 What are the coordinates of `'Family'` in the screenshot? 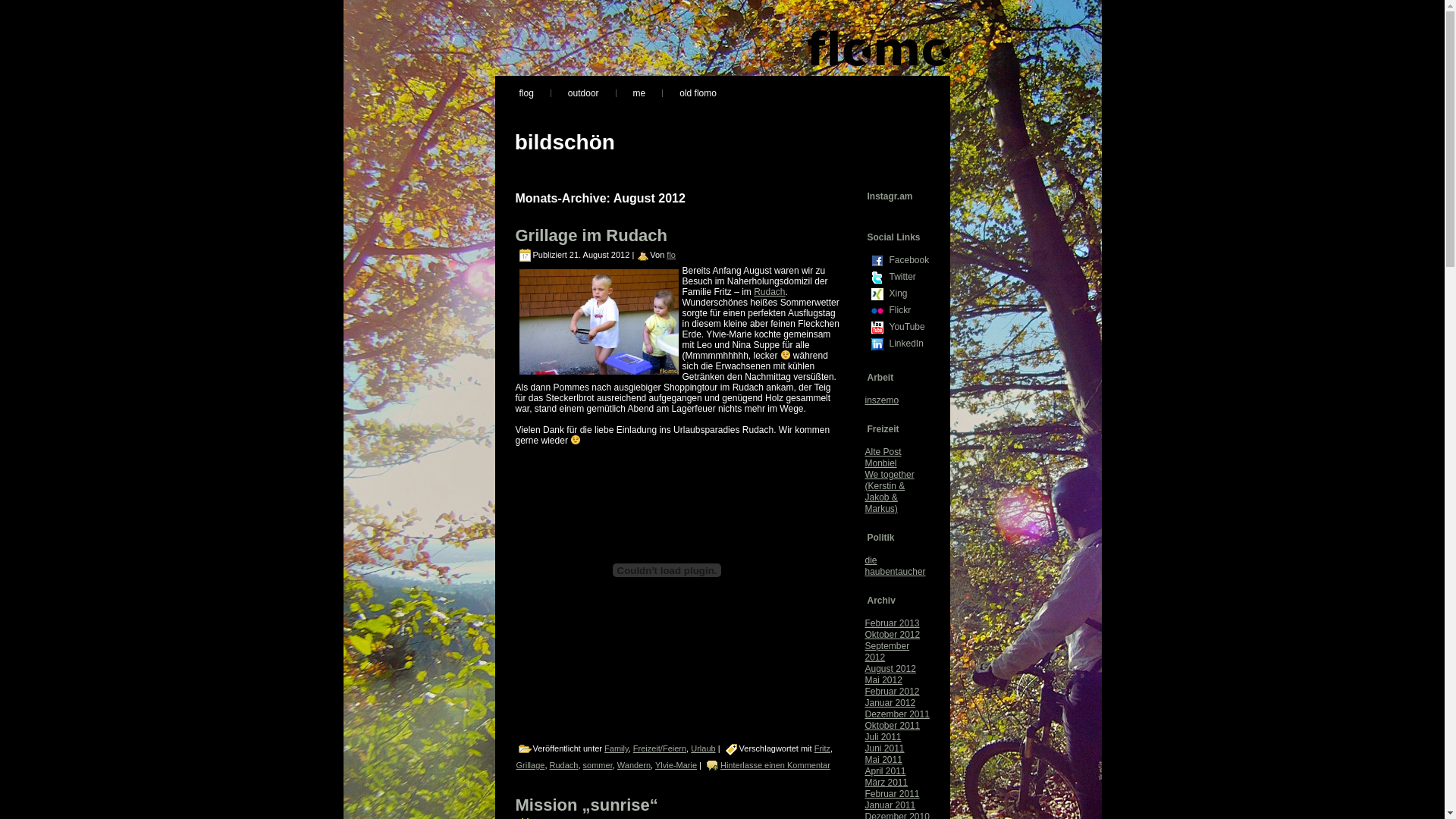 It's located at (616, 748).